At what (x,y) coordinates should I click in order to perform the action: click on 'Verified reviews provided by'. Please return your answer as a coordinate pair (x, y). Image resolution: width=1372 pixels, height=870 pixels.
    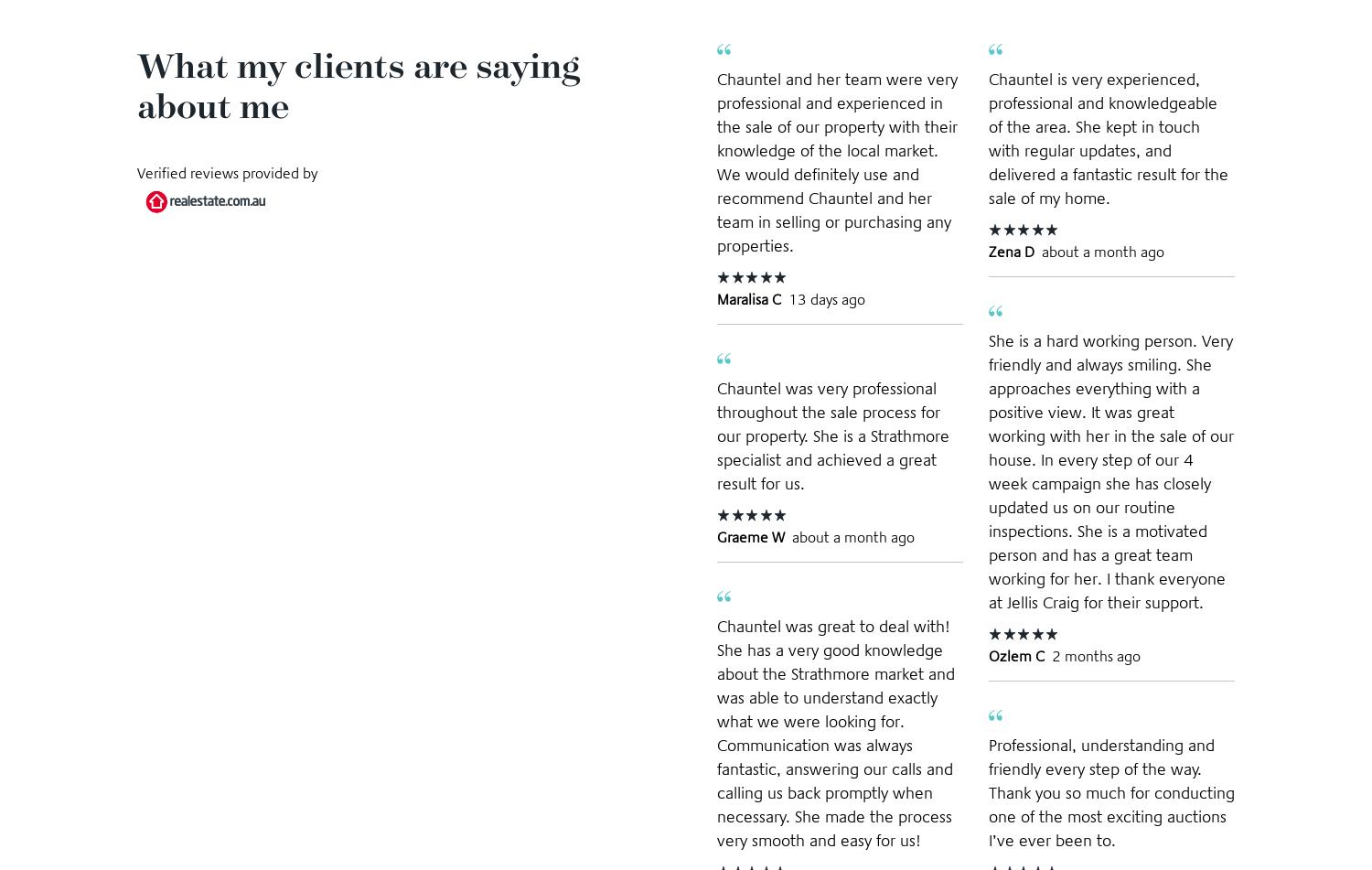
    Looking at the image, I should click on (226, 172).